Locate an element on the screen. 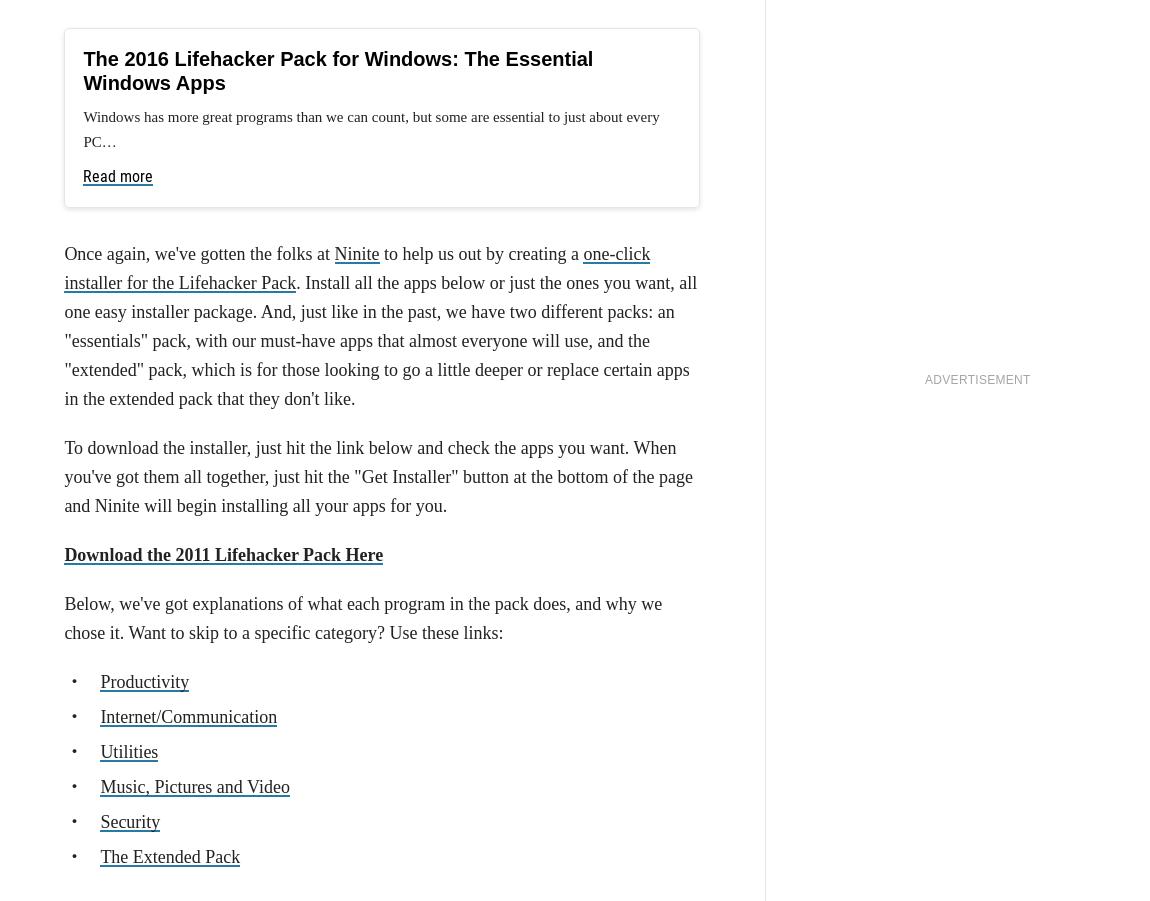  ', and it's easy to see why. It's fast, extensible, and syncs your preferences, extensions, passwords, and more all through your Google account. Plus, it updates pretty frequently, improving itself every few weeks through small, incremental updates.' is located at coordinates (63, 365).